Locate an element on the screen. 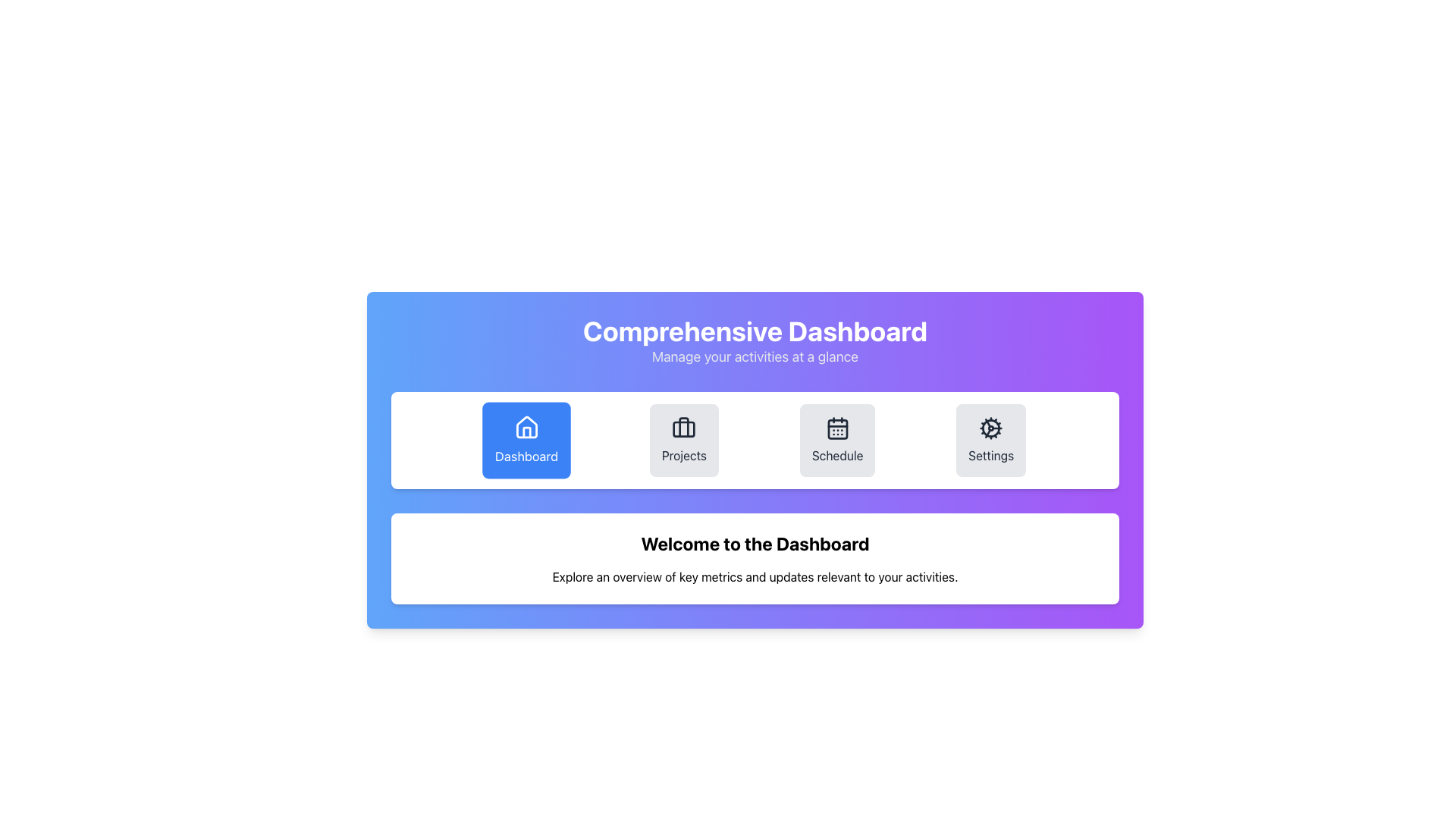 The height and width of the screenshot is (819, 1456). the navigation button for the Dashboard section located below the heading 'Comprehensive Dashboard' is located at coordinates (526, 441).